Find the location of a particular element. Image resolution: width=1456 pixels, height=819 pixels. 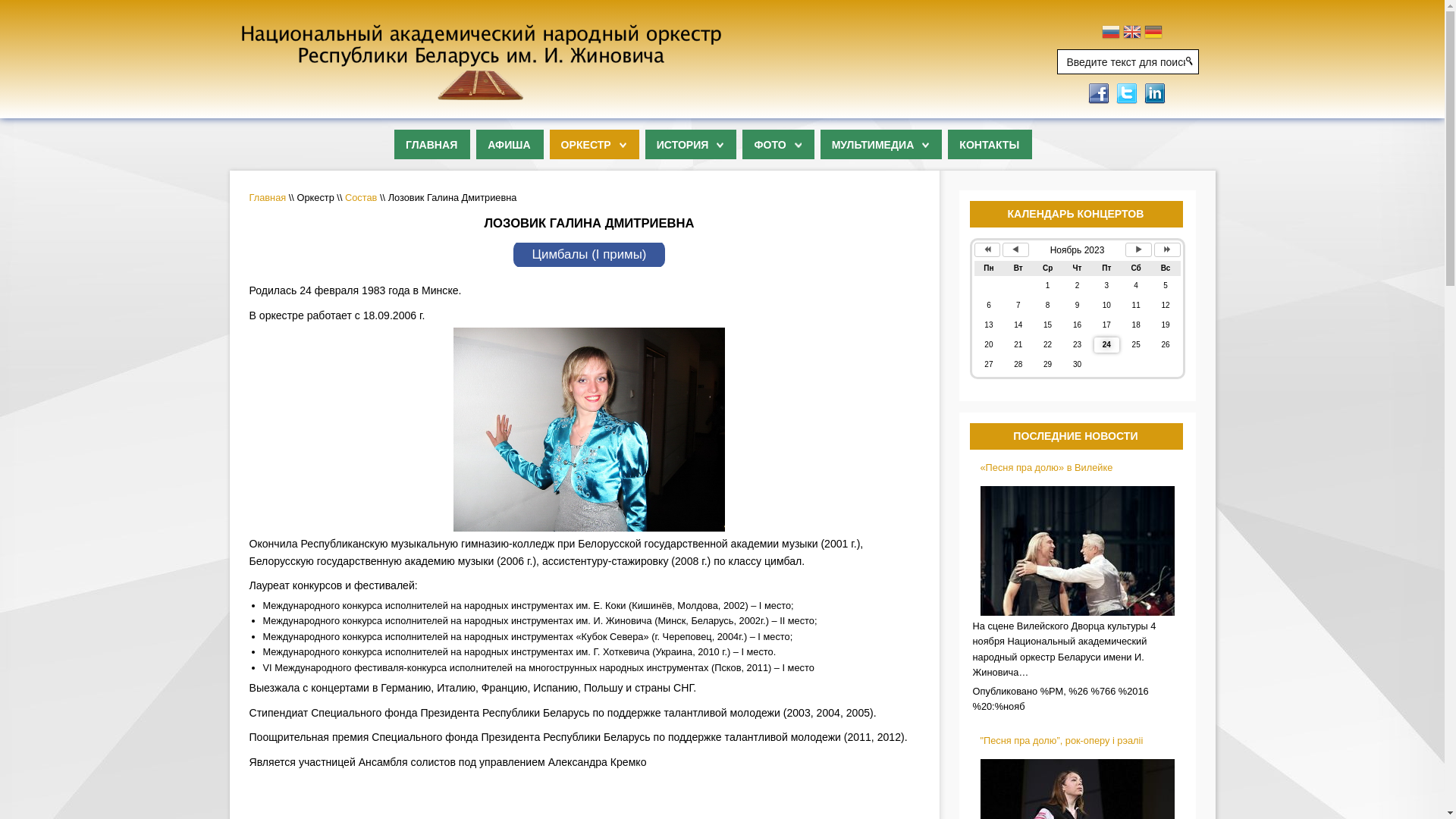

'Submit to Facebook' is located at coordinates (1098, 92).